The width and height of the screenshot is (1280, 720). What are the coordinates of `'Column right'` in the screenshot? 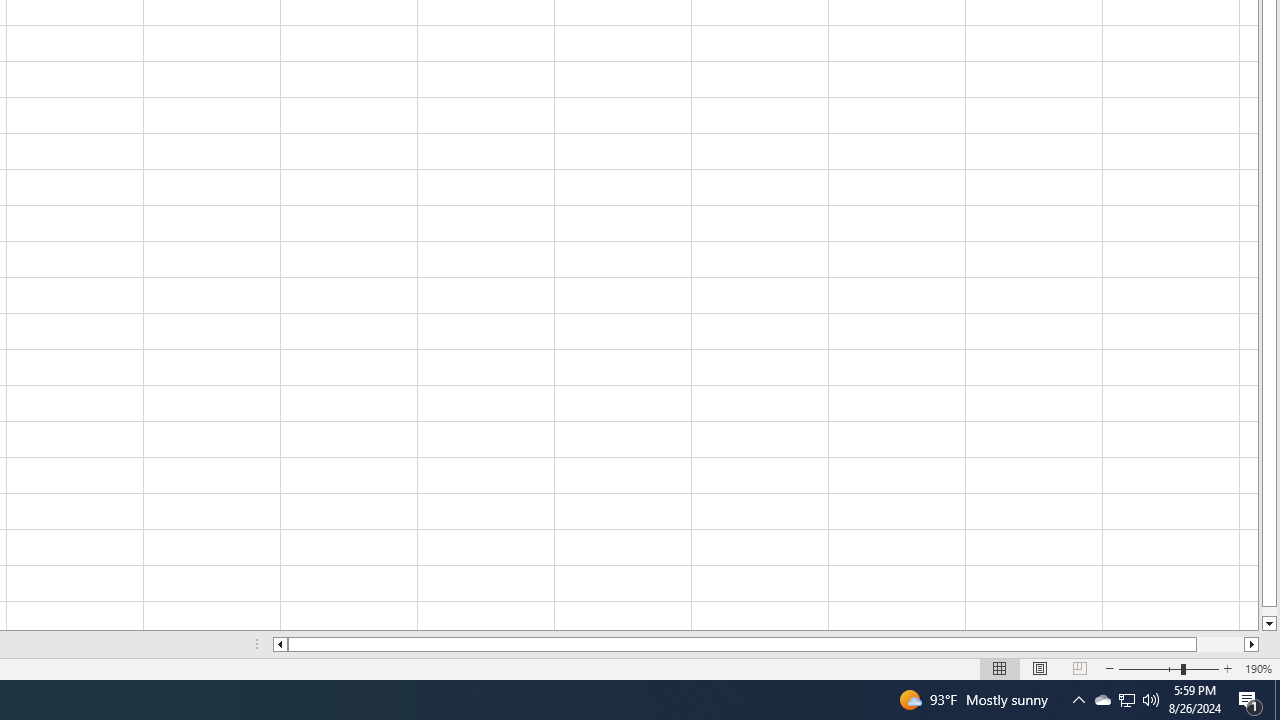 It's located at (1251, 644).